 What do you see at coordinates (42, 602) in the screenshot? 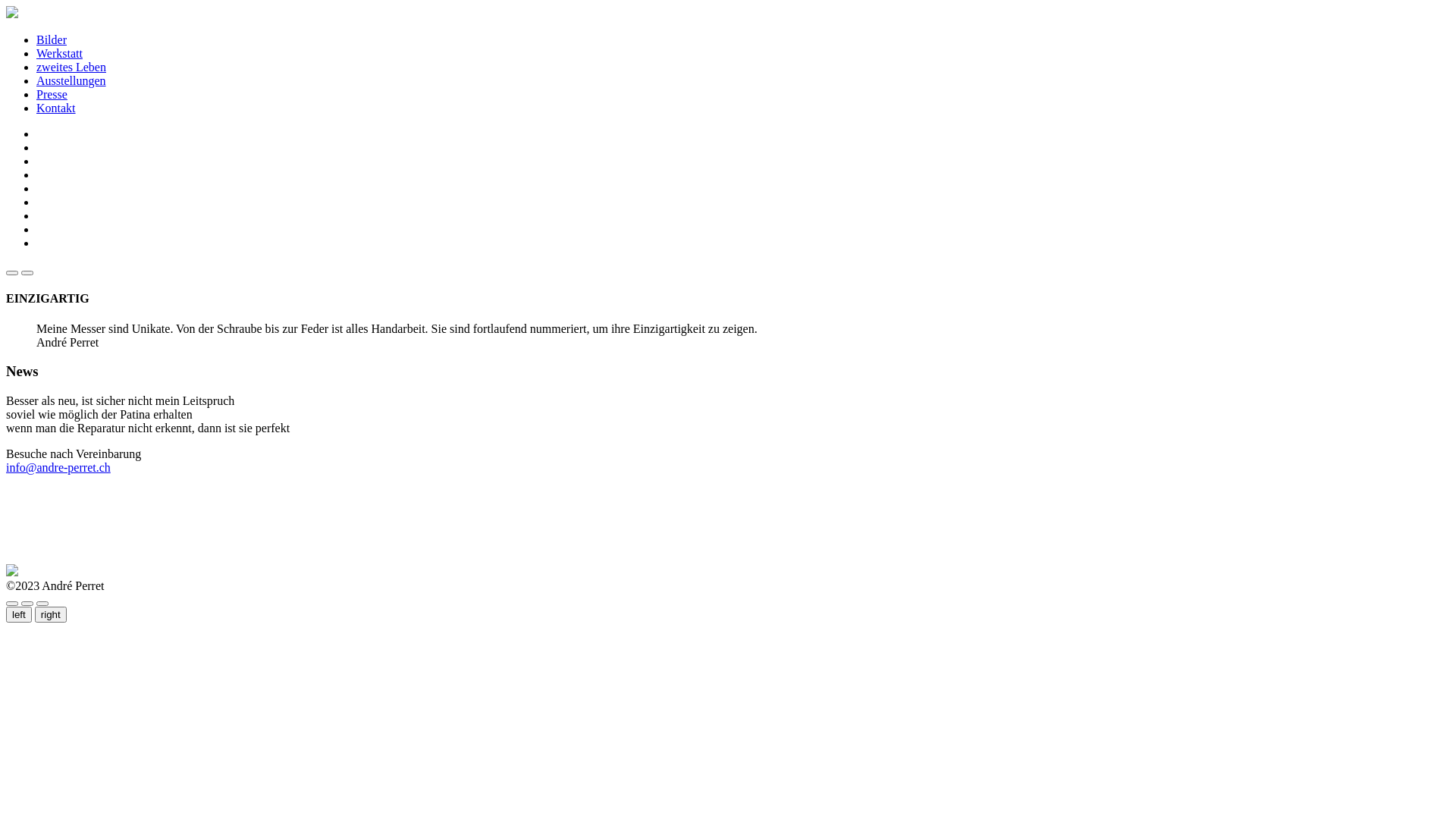
I see `'Zoom in/out'` at bounding box center [42, 602].